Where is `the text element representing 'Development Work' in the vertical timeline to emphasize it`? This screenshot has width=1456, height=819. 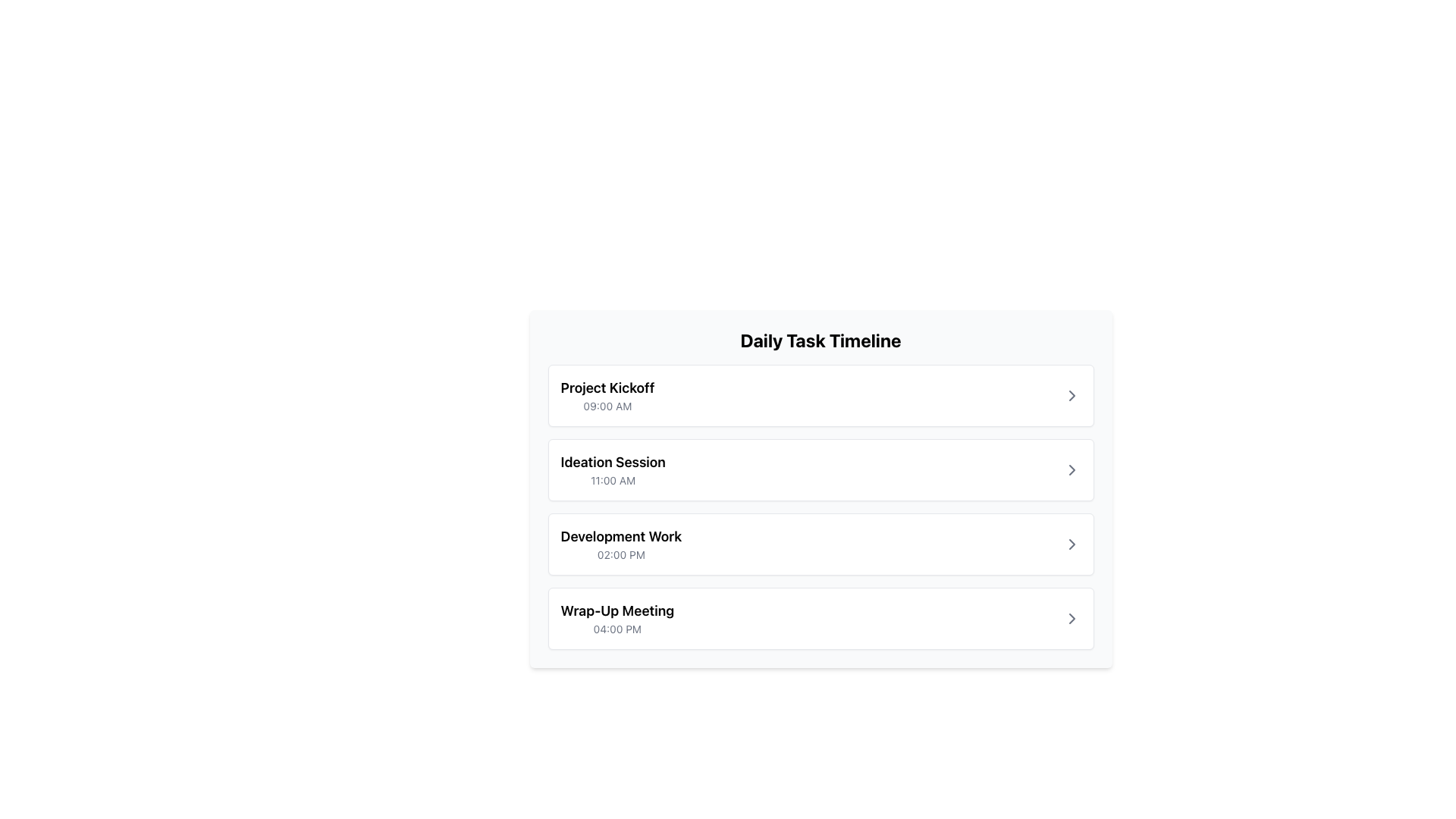
the text element representing 'Development Work' in the vertical timeline to emphasize it is located at coordinates (621, 536).